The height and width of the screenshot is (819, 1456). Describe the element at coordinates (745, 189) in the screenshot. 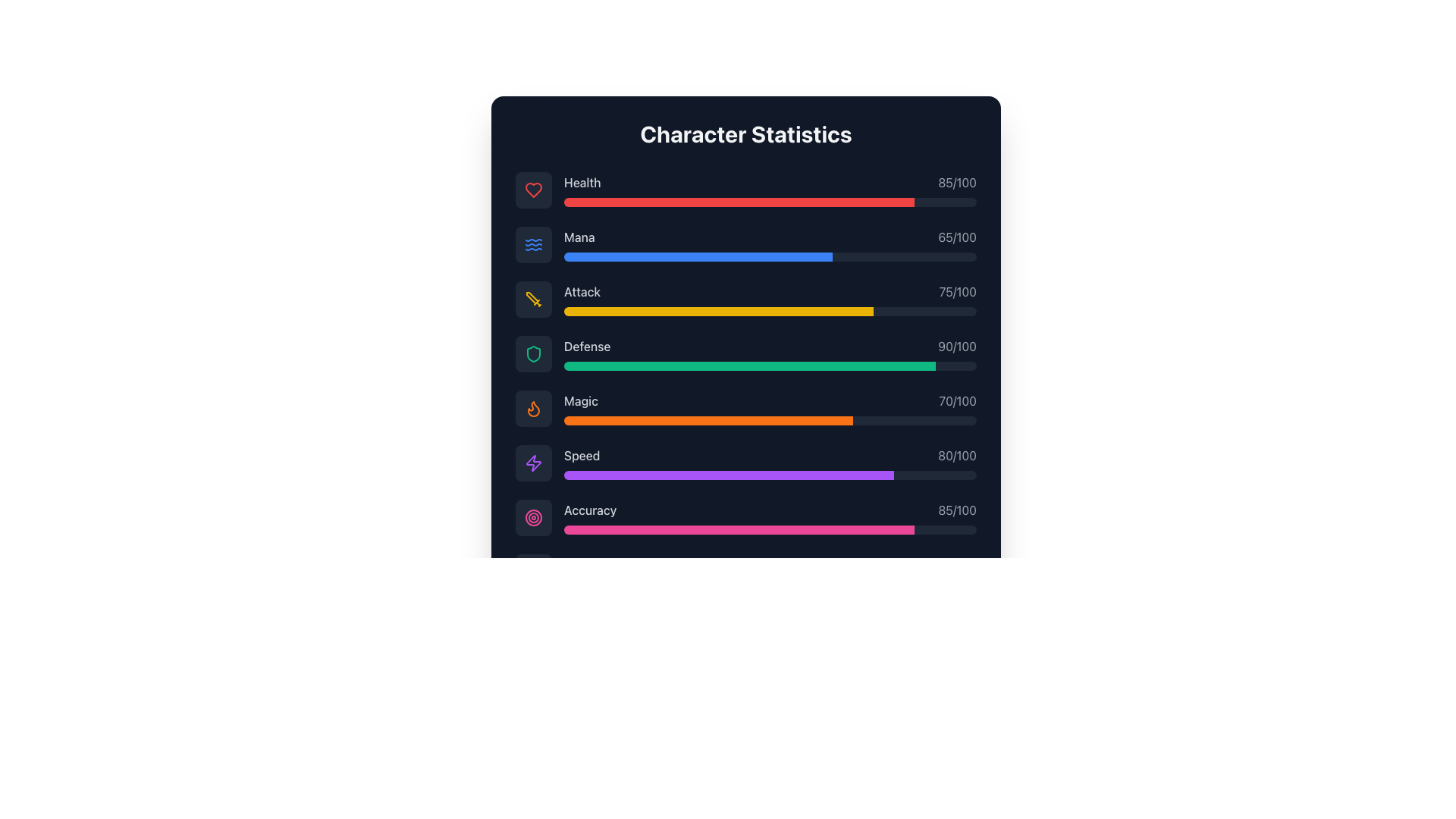

I see `numeric value and label of the Progress bar component indicating the 'Health' metric of the character, located in the first row of the 'Character Statistics' grid` at that location.